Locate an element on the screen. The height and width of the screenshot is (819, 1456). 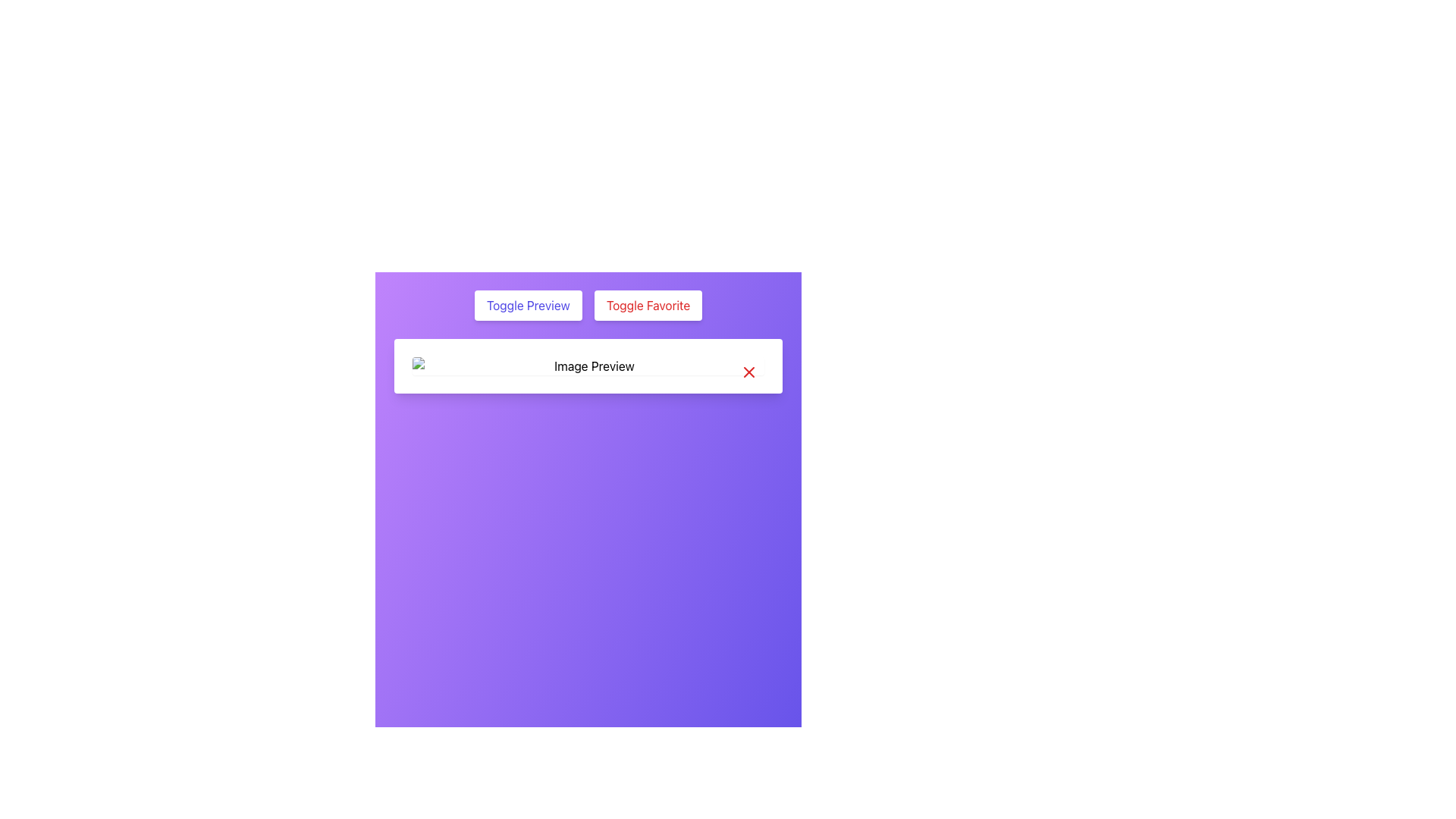
the close button located at the top-right corner of the 'Image Preview' popup box is located at coordinates (749, 372).